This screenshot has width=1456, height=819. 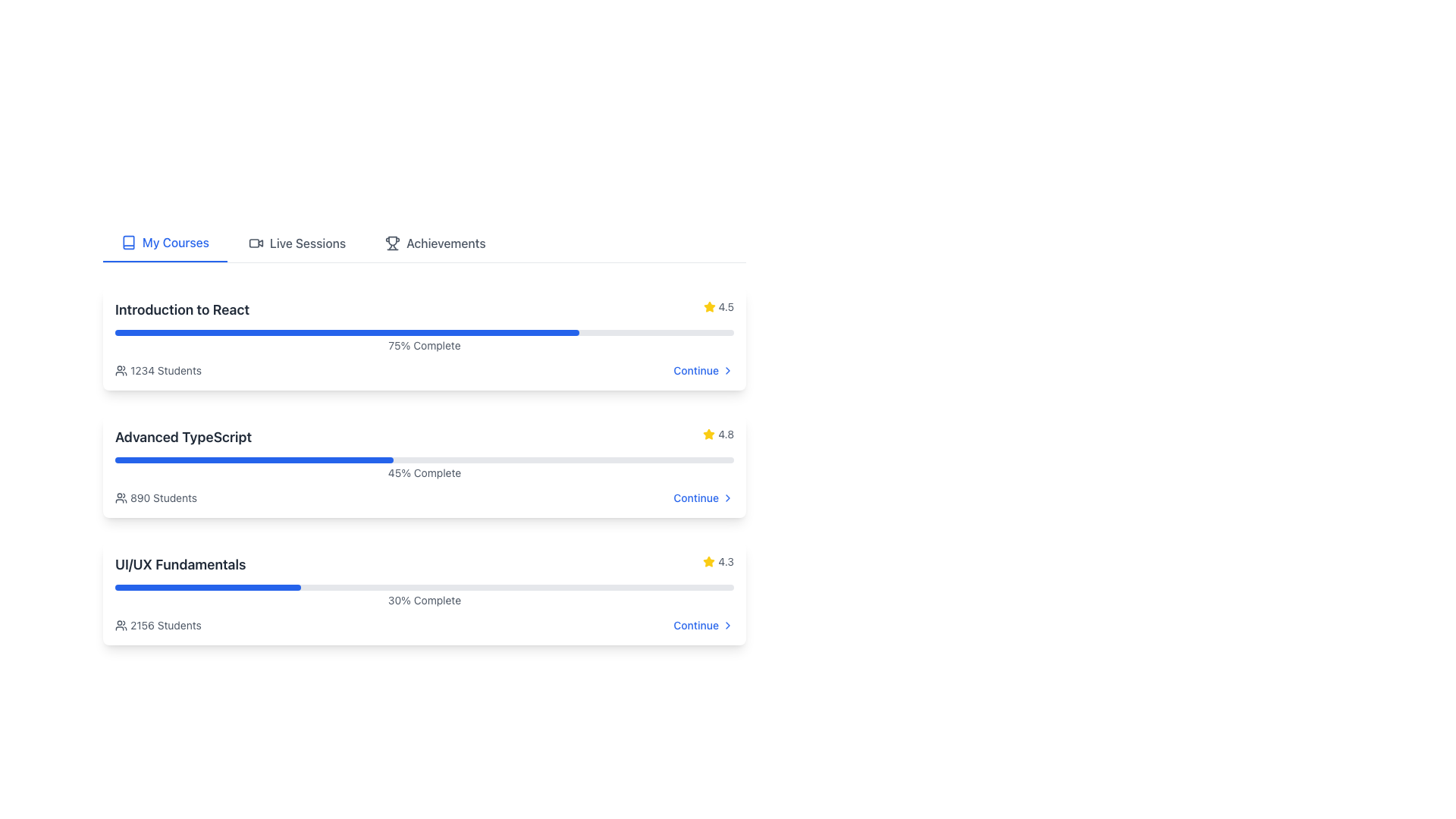 What do you see at coordinates (425, 332) in the screenshot?
I see `the uppermost progress bar that shows '75% Complete' and has a blue-filled section representing 75% completion` at bounding box center [425, 332].